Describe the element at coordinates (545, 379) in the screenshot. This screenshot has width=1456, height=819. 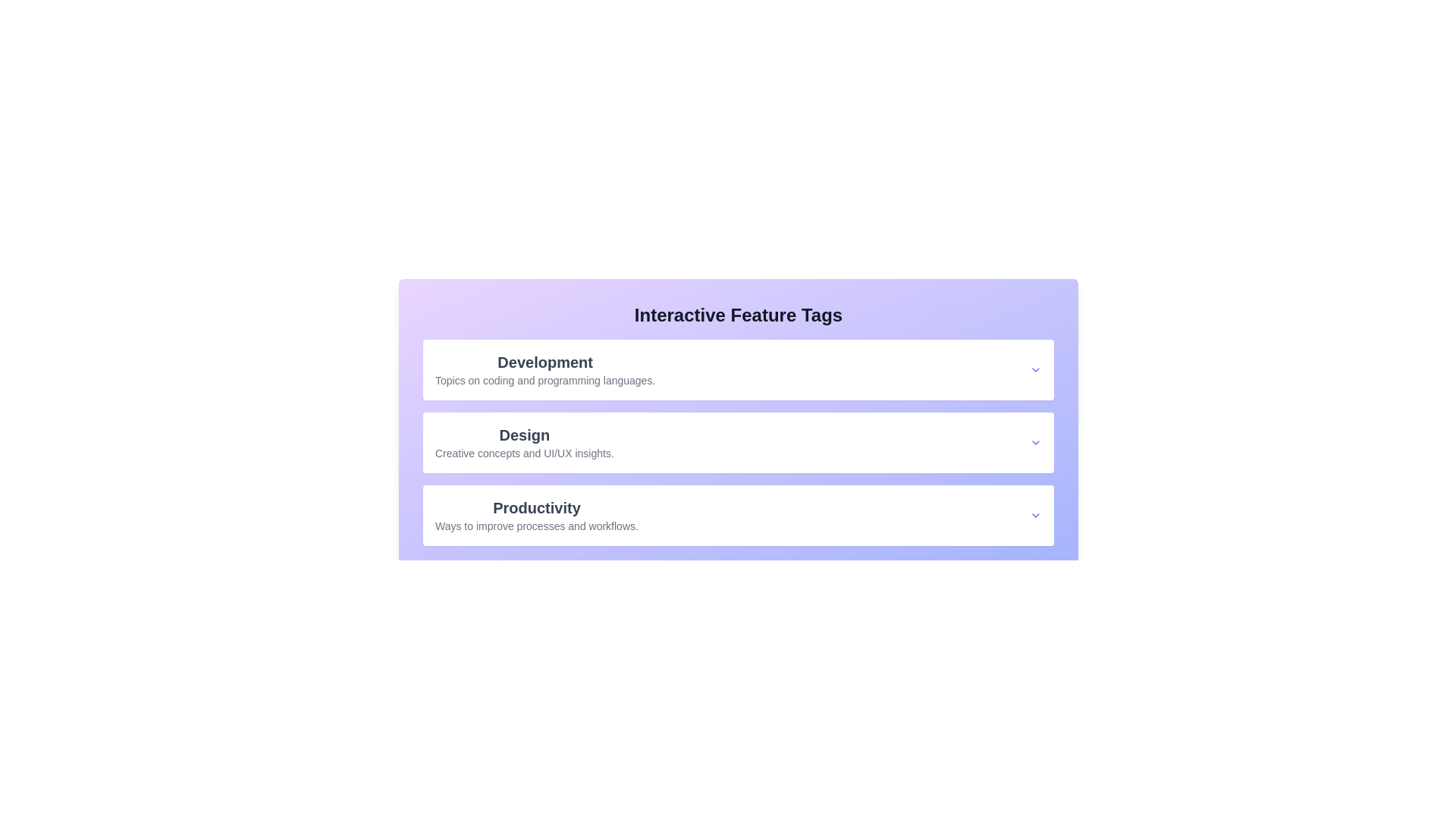
I see `the Text Label providing additional details related to the section titled 'Development', which is located beneath the heading 'Development' and above 'Design'` at that location.